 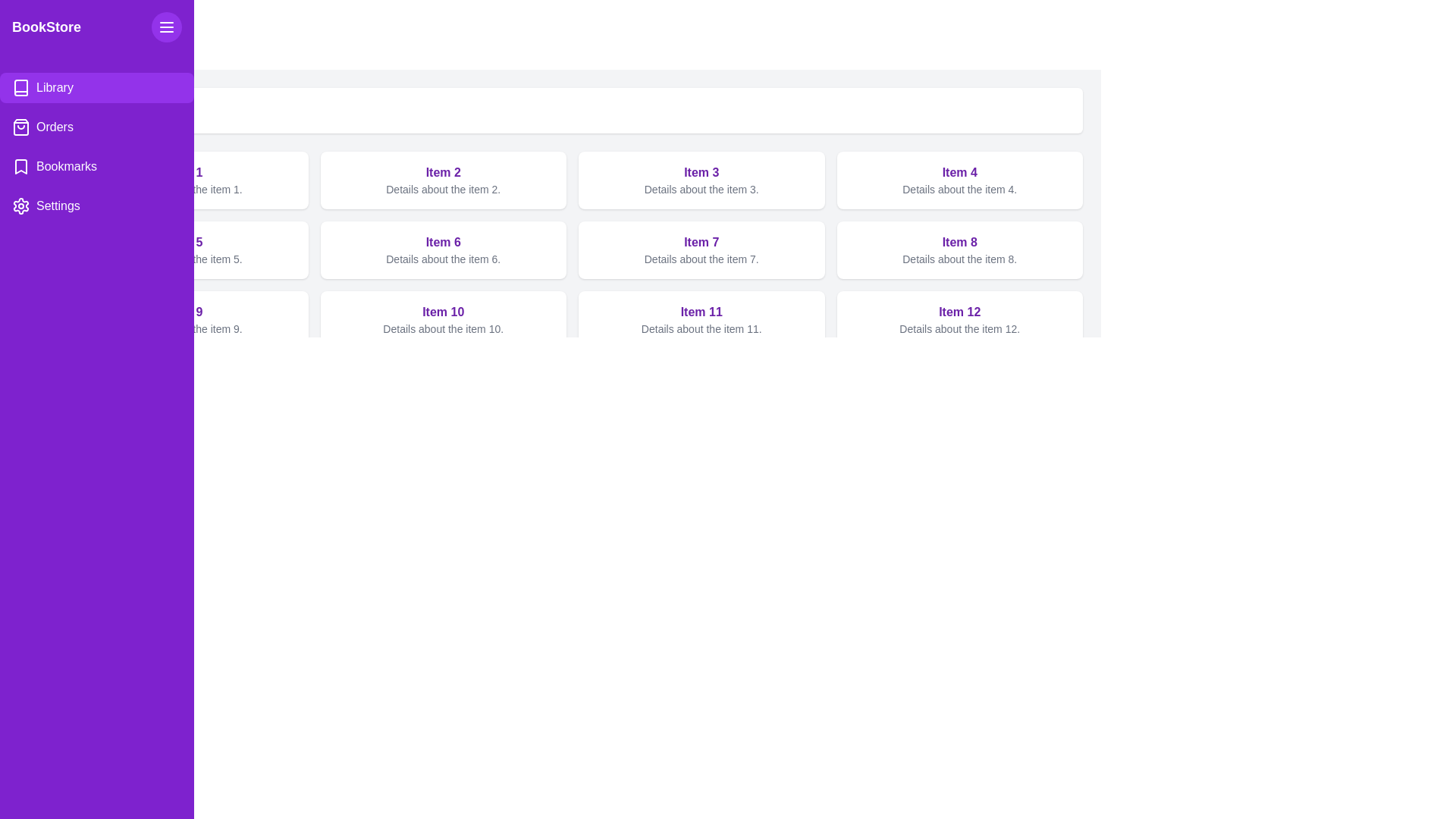 I want to click on the informational card titled 'Item 2', which is the second card in the grid layout, featuring bold purple text for the title and a grey description below, so click(x=442, y=180).